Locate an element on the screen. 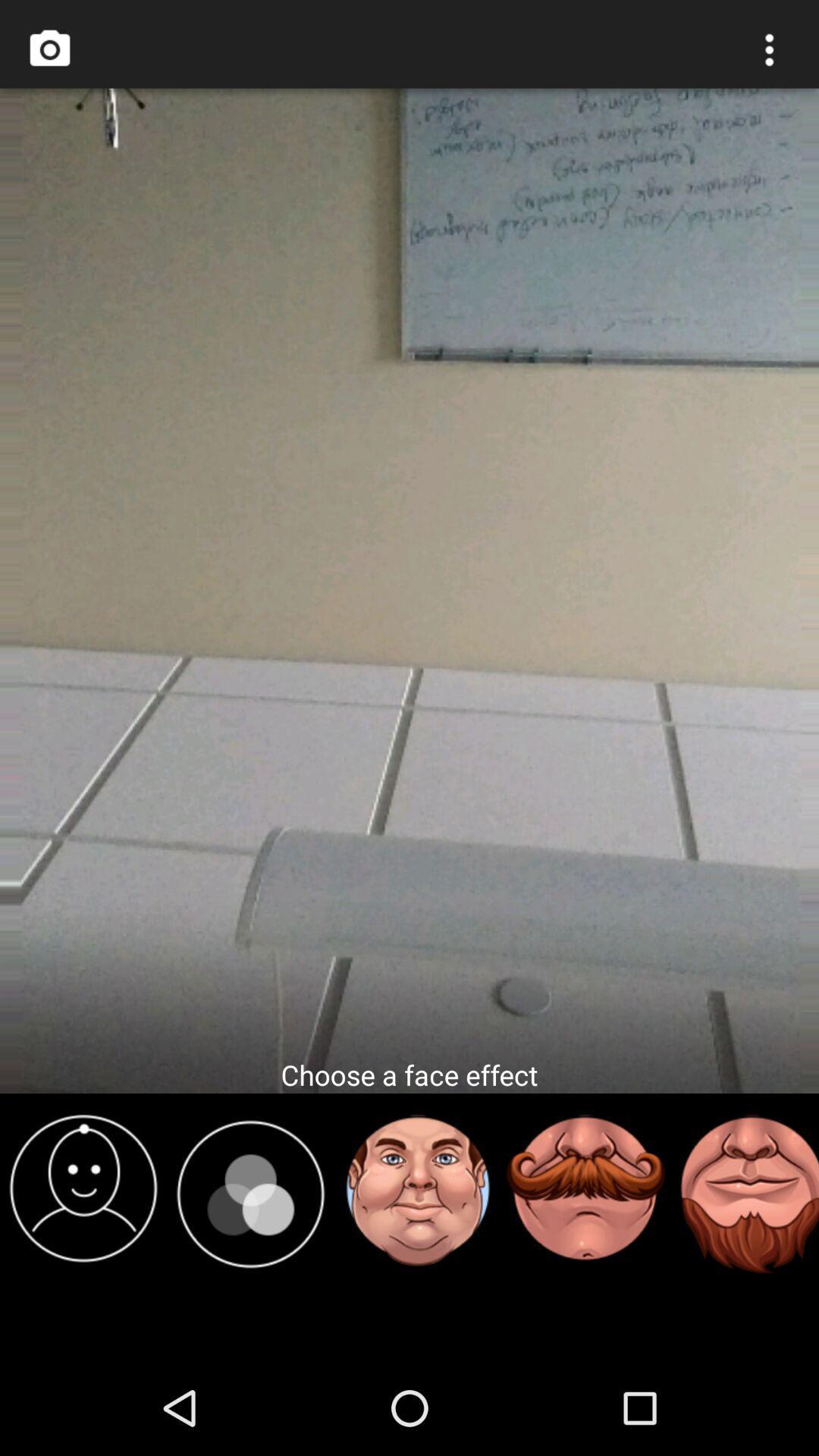 The height and width of the screenshot is (1456, 819). the more icon is located at coordinates (769, 53).